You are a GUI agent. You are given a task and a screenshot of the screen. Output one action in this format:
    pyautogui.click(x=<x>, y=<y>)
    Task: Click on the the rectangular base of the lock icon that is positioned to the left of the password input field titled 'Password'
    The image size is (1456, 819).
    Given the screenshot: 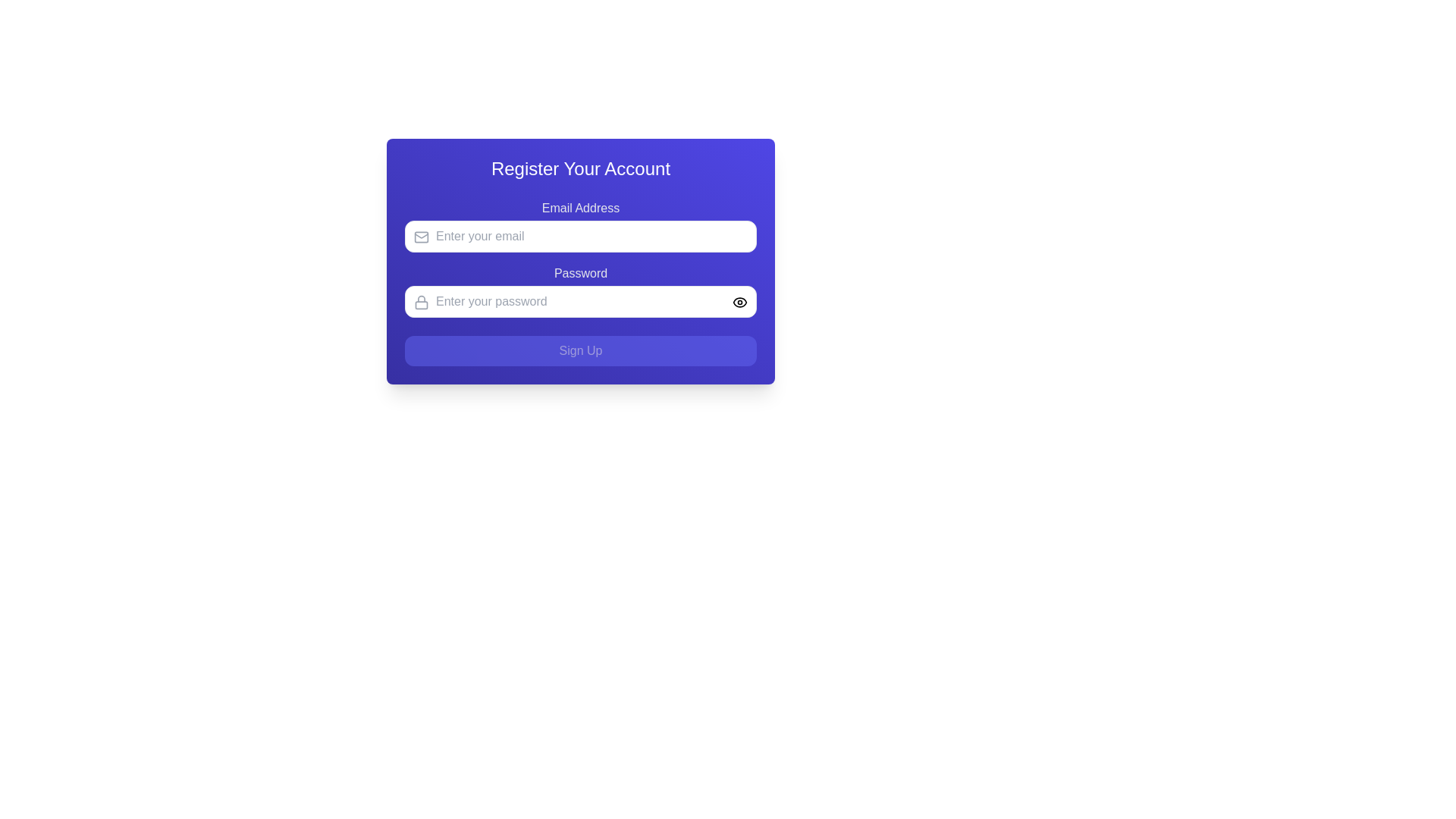 What is the action you would take?
    pyautogui.click(x=422, y=304)
    